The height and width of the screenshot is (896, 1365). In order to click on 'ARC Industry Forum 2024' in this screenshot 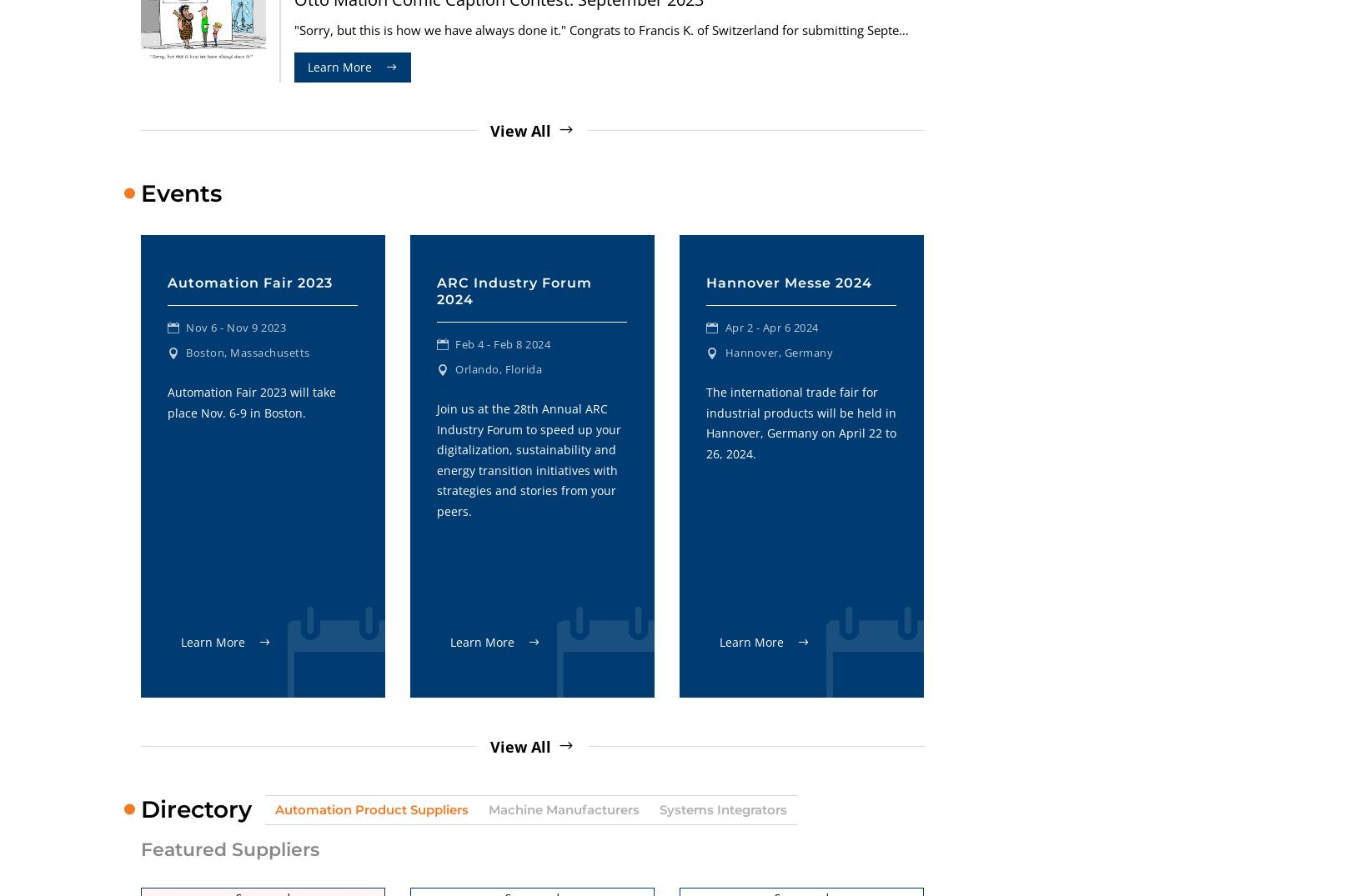, I will do `click(514, 290)`.